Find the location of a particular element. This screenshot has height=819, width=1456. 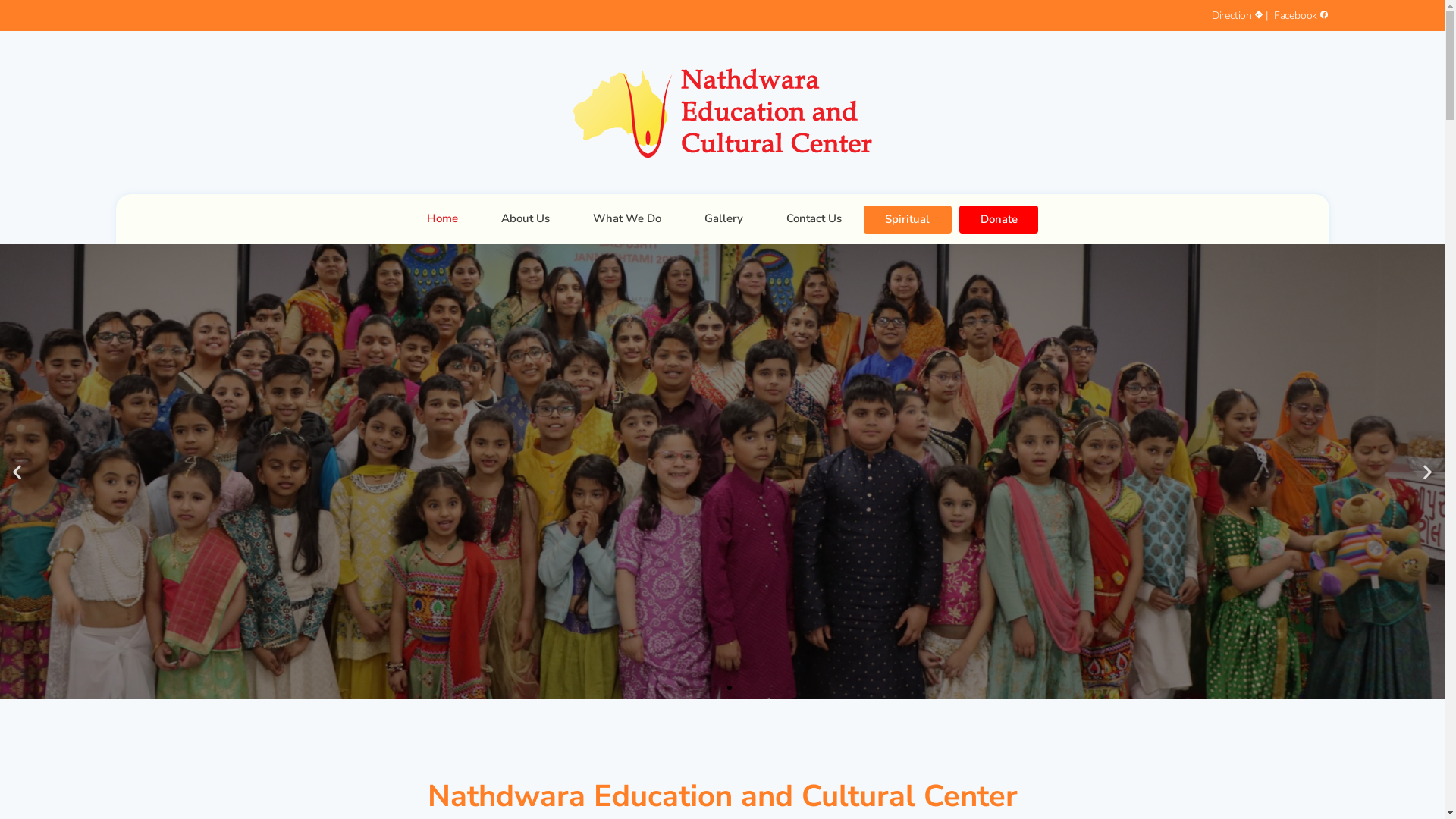

'Contact Us' is located at coordinates (813, 218).